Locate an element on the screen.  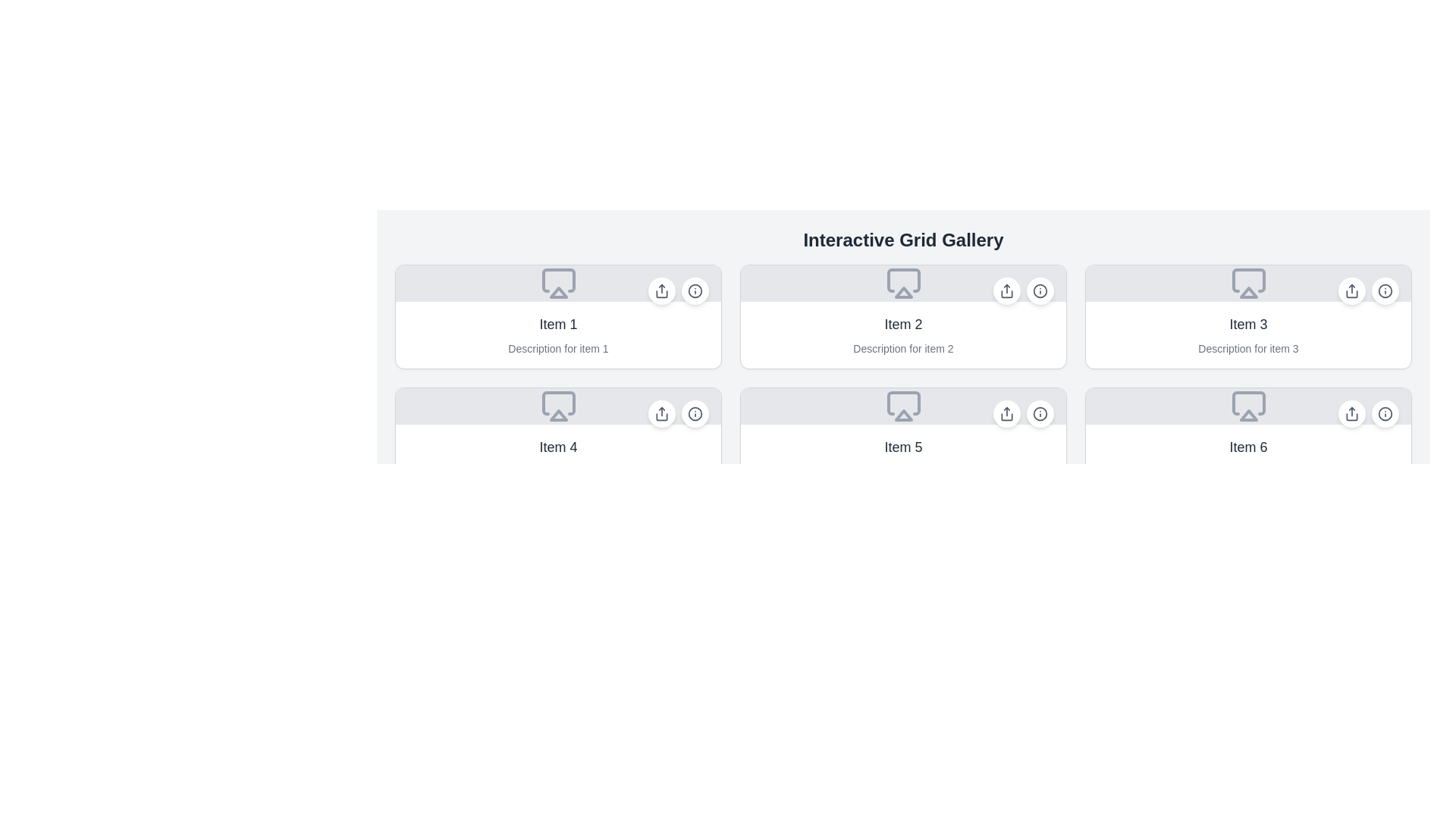
the Grid Item Card located in the second row, third column of the grid layout, which provides a title and description about the item is located at coordinates (1248, 439).